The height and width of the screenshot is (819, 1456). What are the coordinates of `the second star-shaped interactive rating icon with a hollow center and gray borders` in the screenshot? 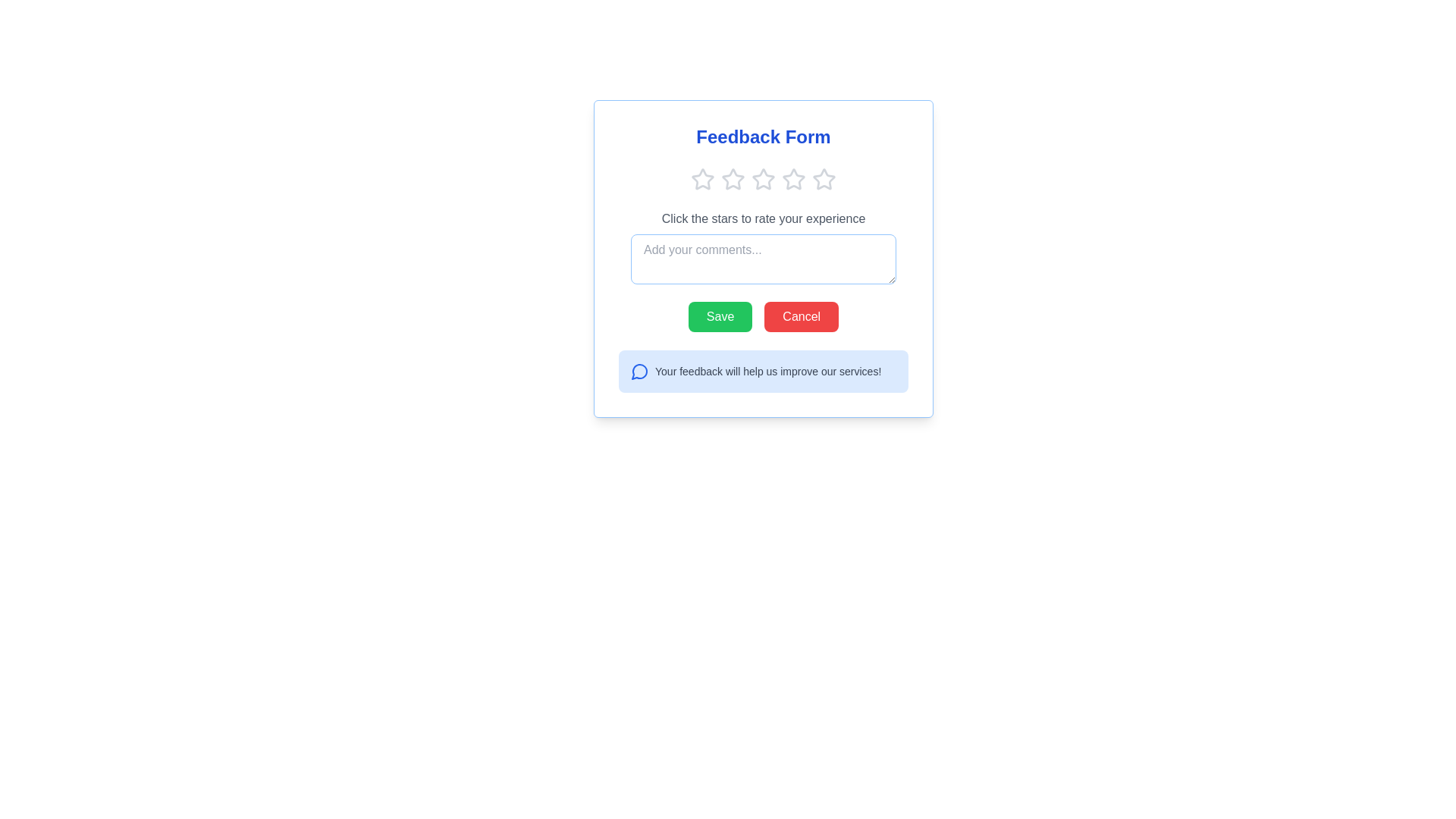 It's located at (764, 178).